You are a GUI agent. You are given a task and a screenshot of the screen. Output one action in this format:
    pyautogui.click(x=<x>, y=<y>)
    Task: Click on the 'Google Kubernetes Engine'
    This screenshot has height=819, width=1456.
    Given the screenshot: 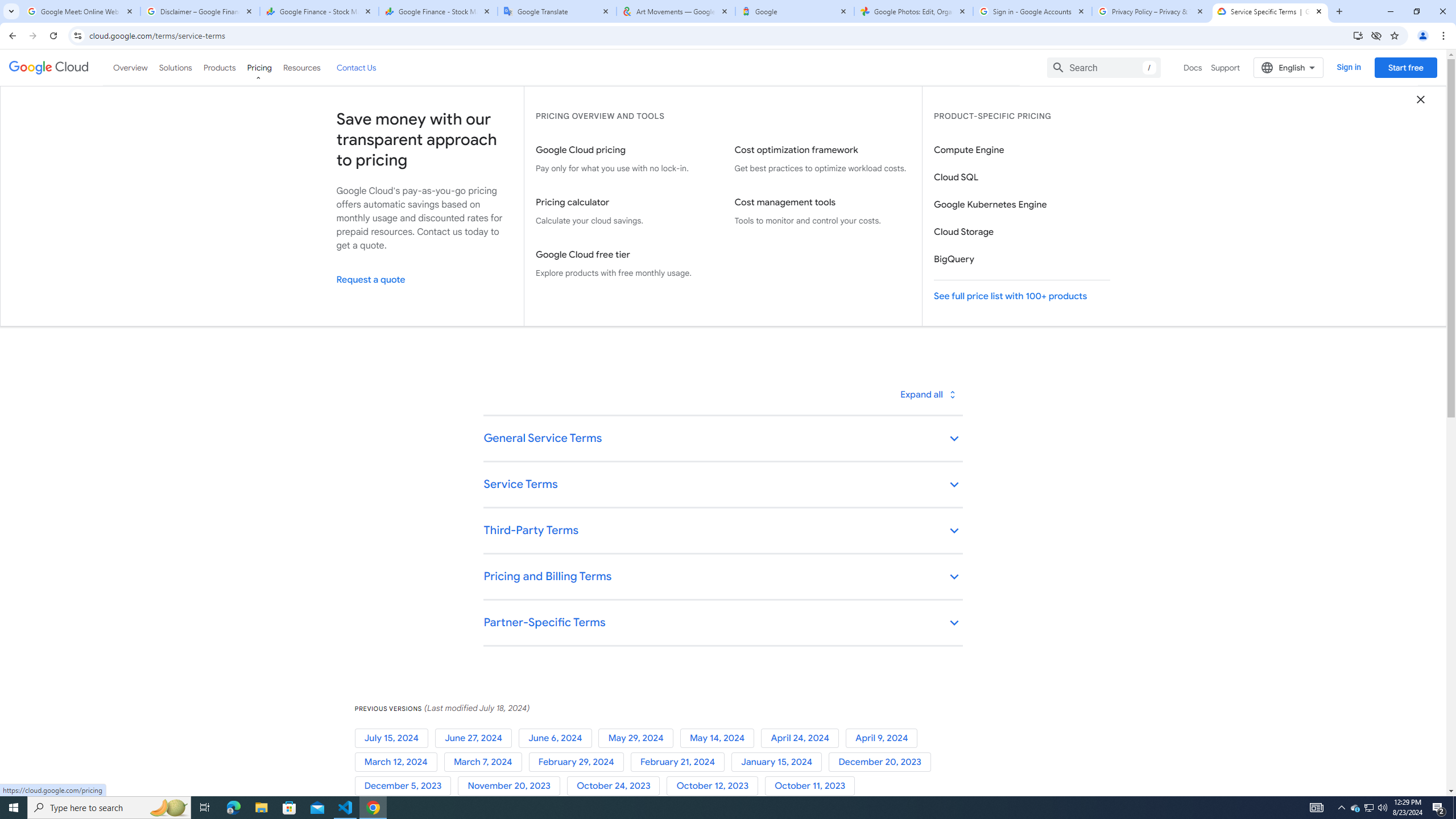 What is the action you would take?
    pyautogui.click(x=1020, y=205)
    